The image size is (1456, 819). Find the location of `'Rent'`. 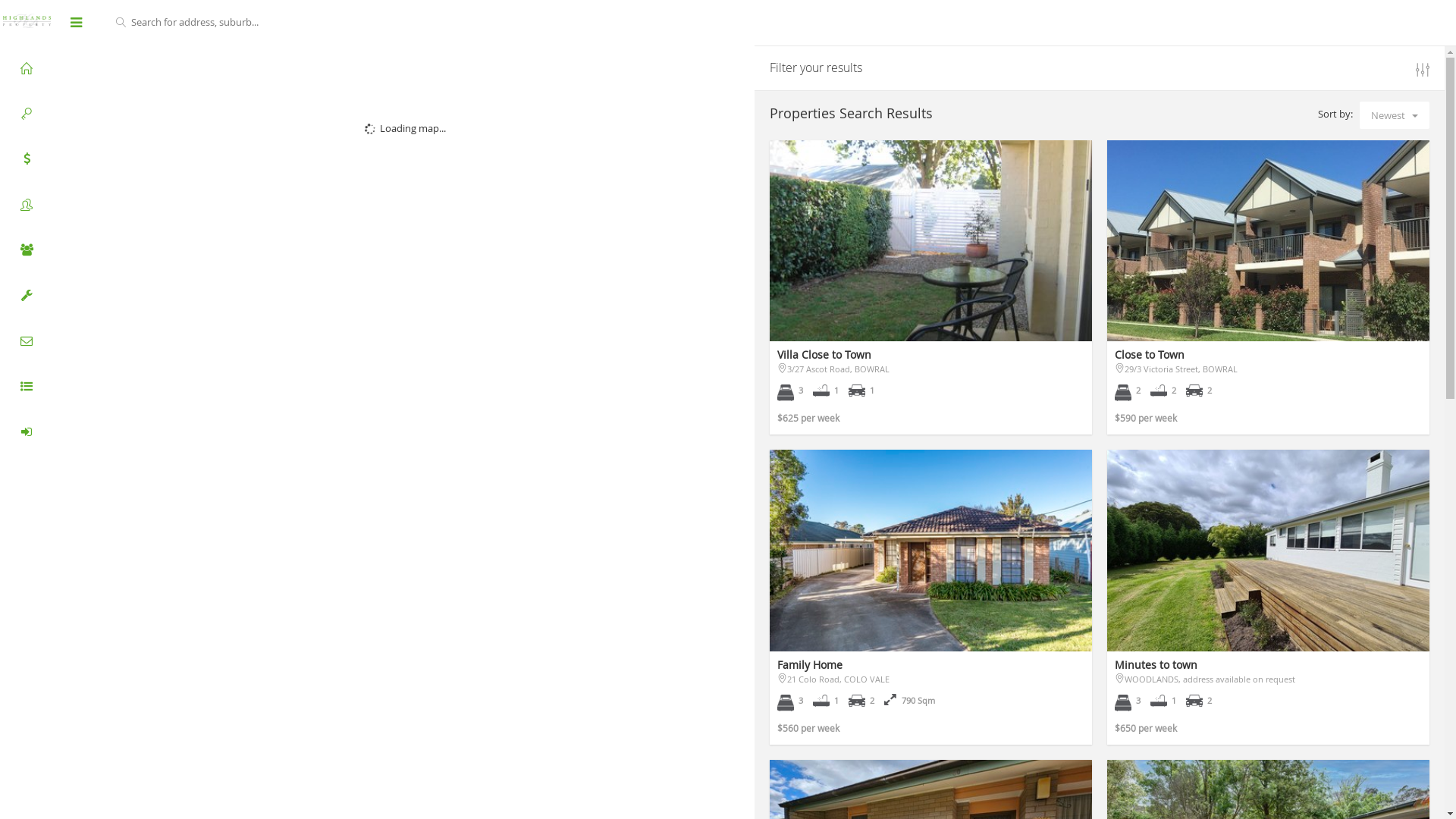

'Rent' is located at coordinates (26, 113).